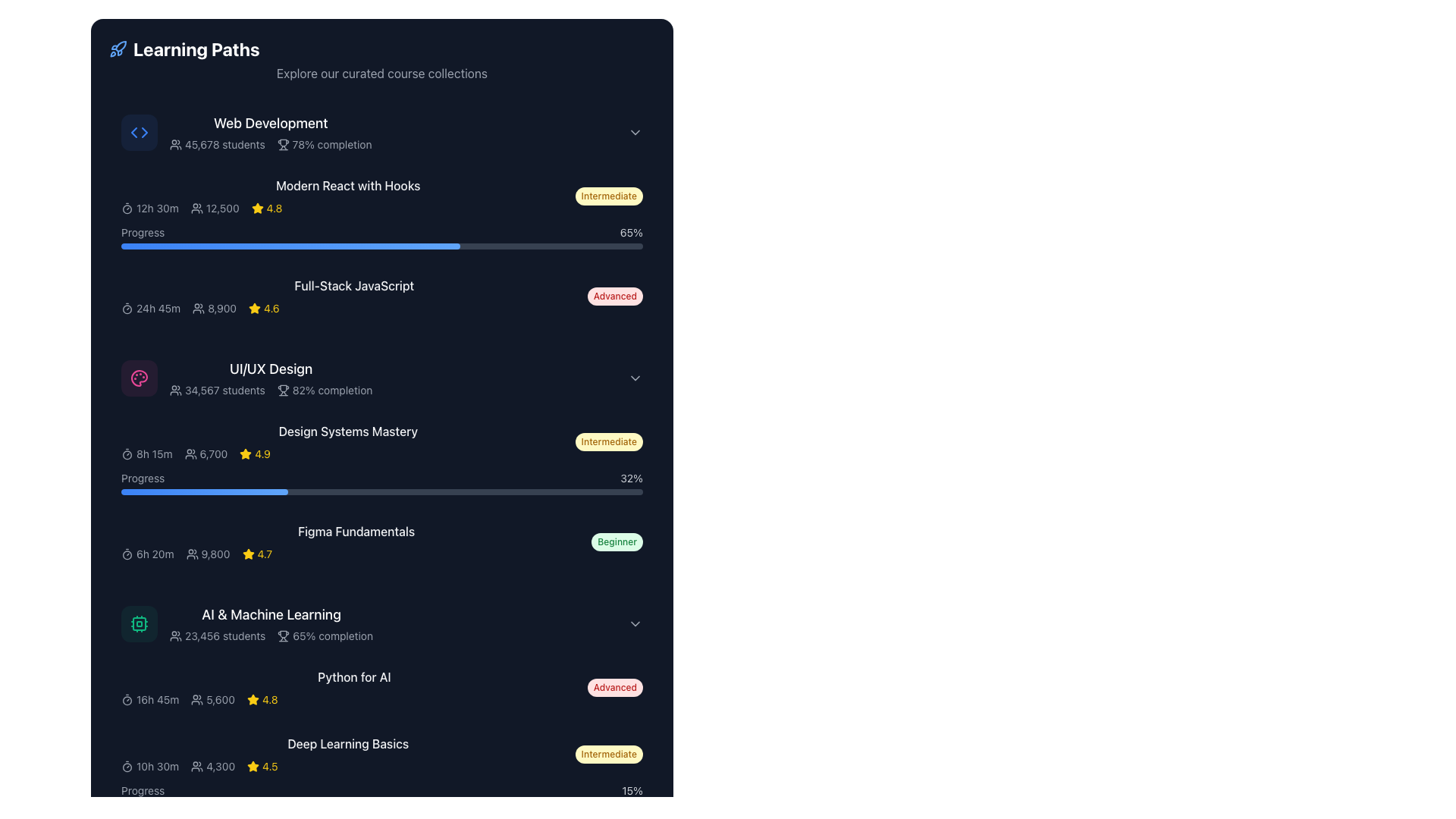 The image size is (1456, 819). Describe the element at coordinates (191, 554) in the screenshot. I see `the user statistics icon located to the far left of the number representing students enrolled ('9,800') beneath the course name 'Figma Fundamentals' in the 'UI/UX Design' section if it is interactive` at that location.